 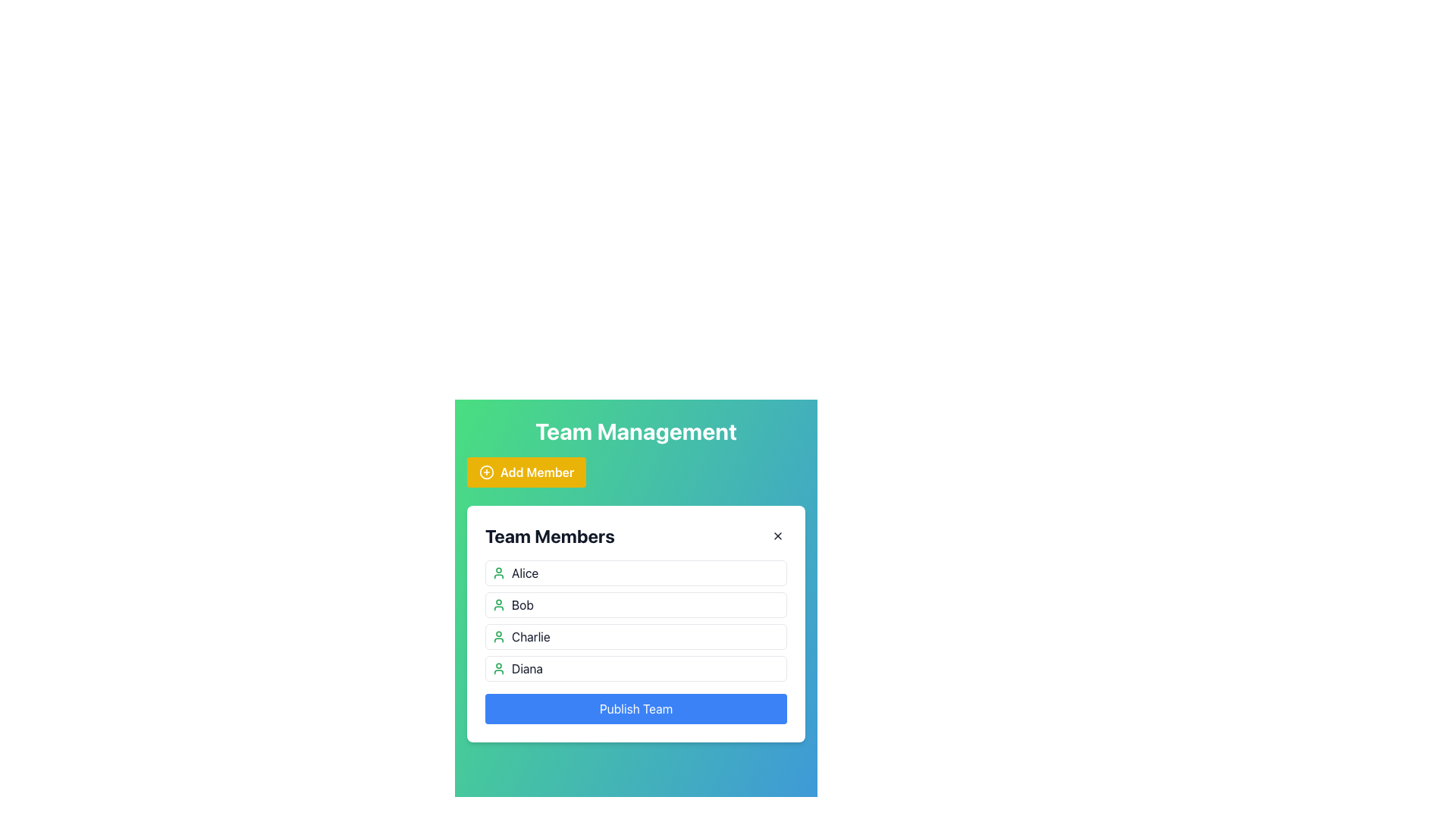 I want to click on the 'Finalize and Publish' button located at the bottom of the 'Team Members' card, so click(x=636, y=708).